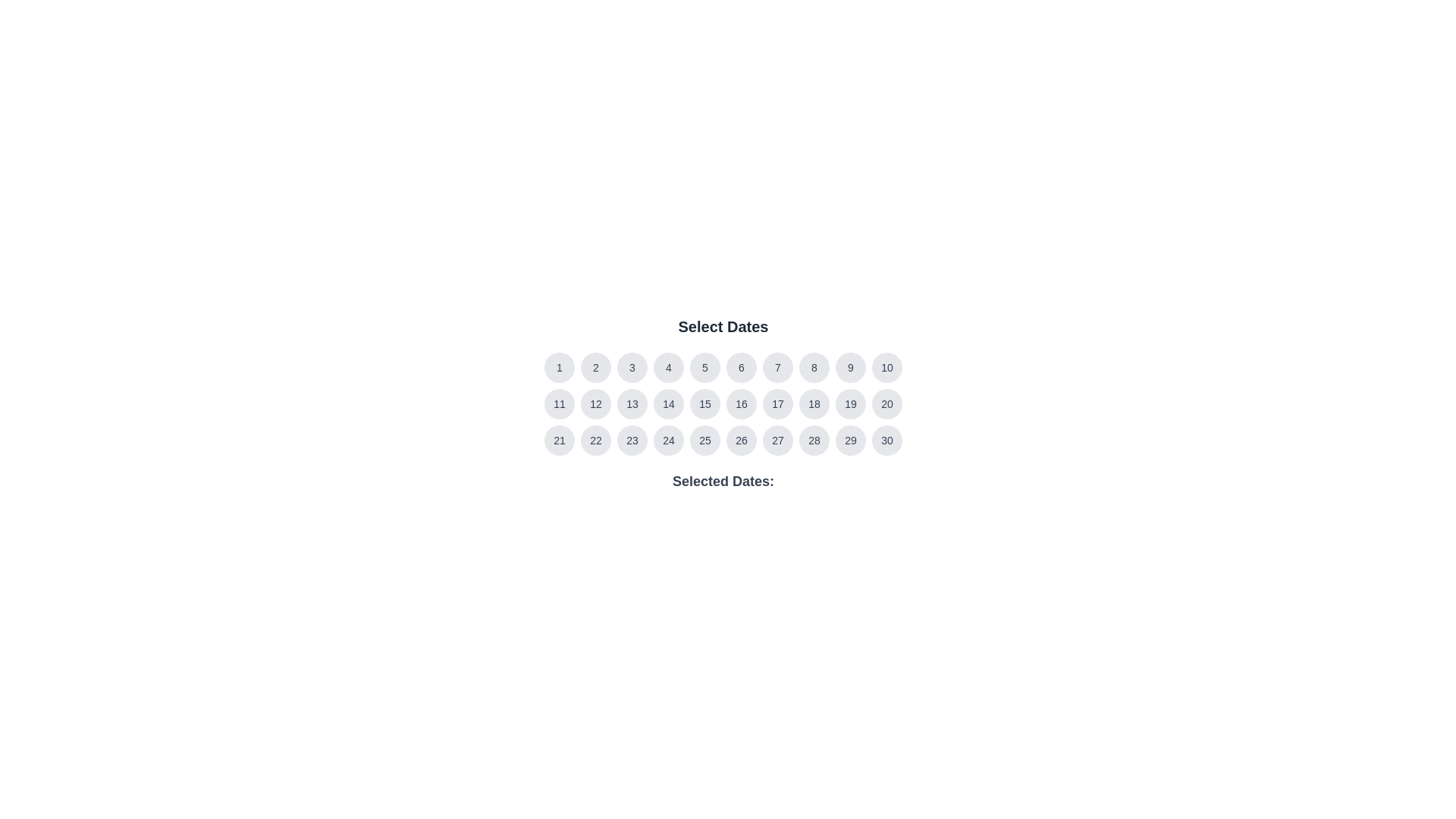  What do you see at coordinates (887, 368) in the screenshot?
I see `the circular button displaying the number '10' with a light gray background located at the topmost row, rightmost position among the grid of buttons` at bounding box center [887, 368].